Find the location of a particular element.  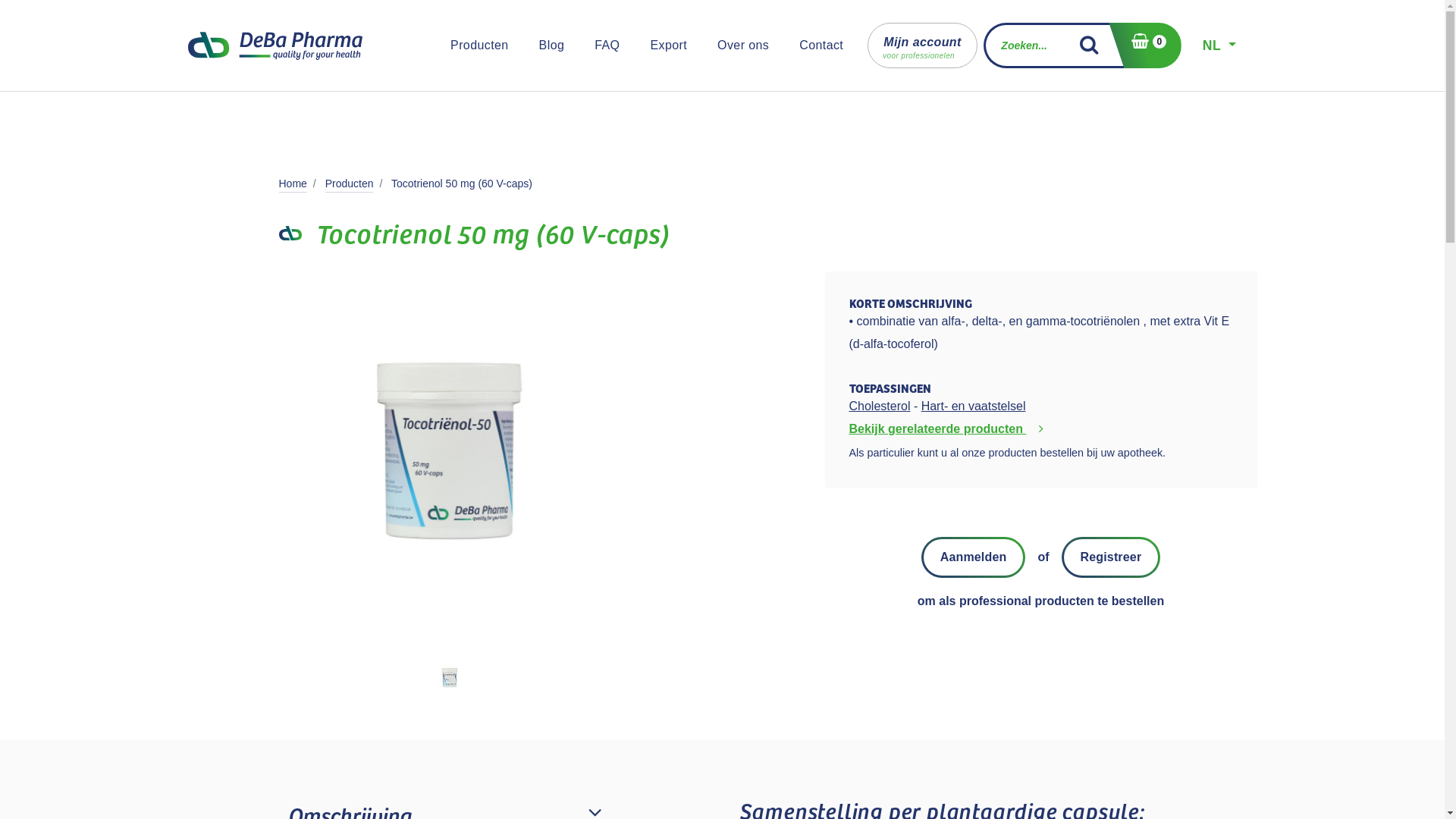

'NL' is located at coordinates (1219, 45).